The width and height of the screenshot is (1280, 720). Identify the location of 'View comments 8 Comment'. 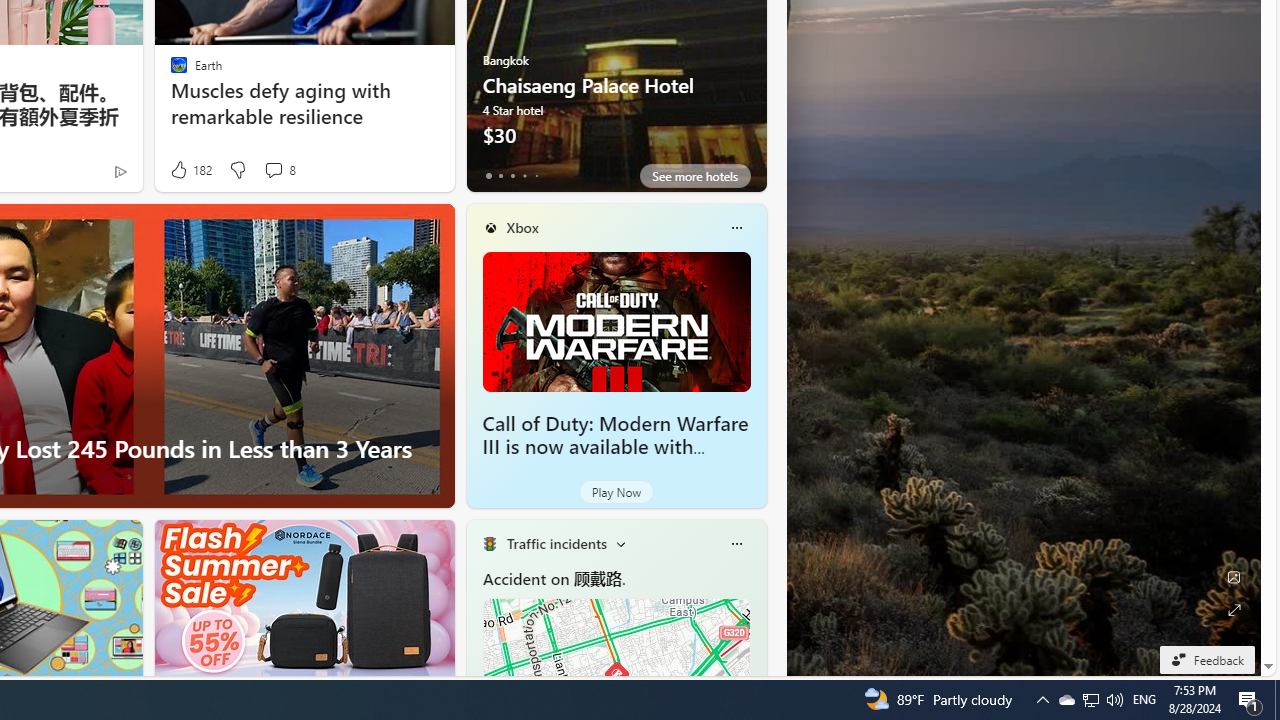
(272, 168).